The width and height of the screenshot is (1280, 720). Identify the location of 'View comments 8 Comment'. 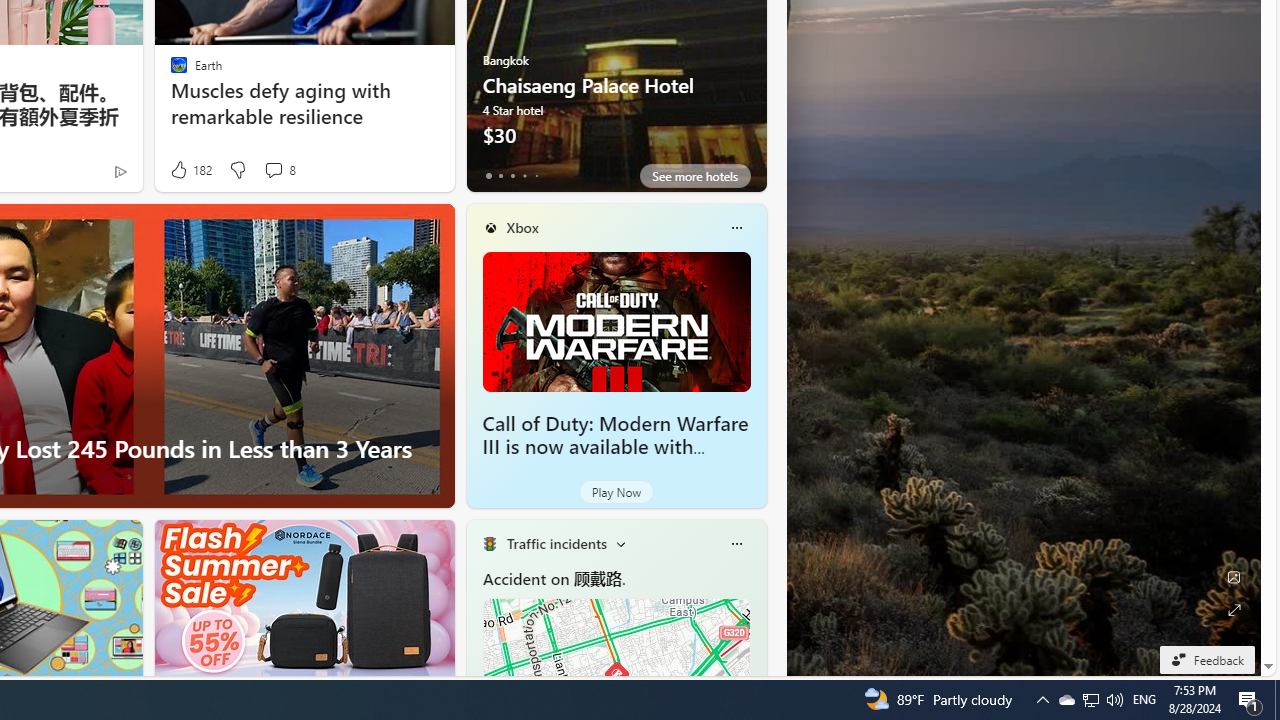
(272, 168).